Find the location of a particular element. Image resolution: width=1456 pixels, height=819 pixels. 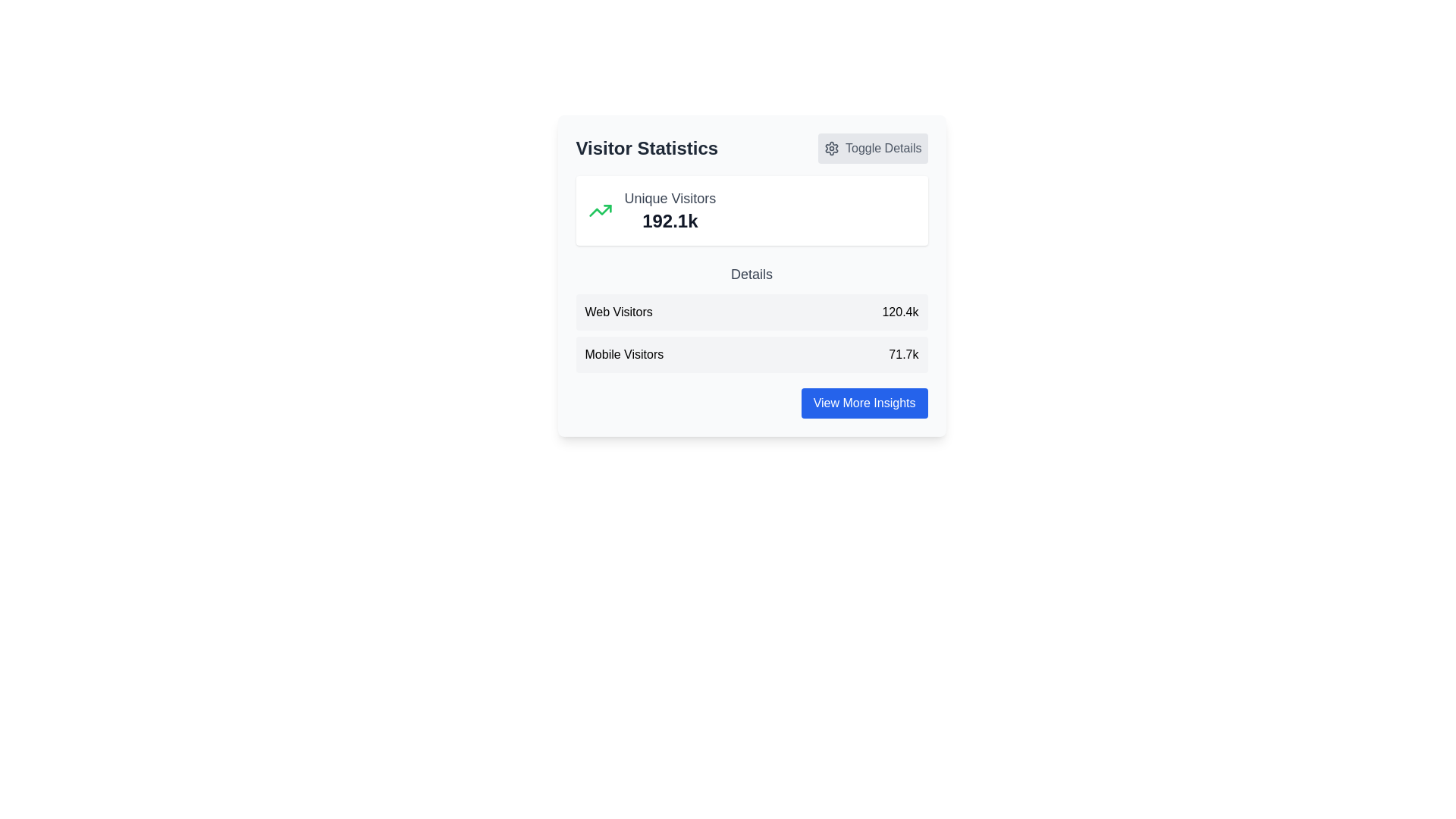

the Text Label that serves as a title for visitor statistics, located in the upper left corner of the card, to the left of the 'Toggle Details' button is located at coordinates (647, 149).